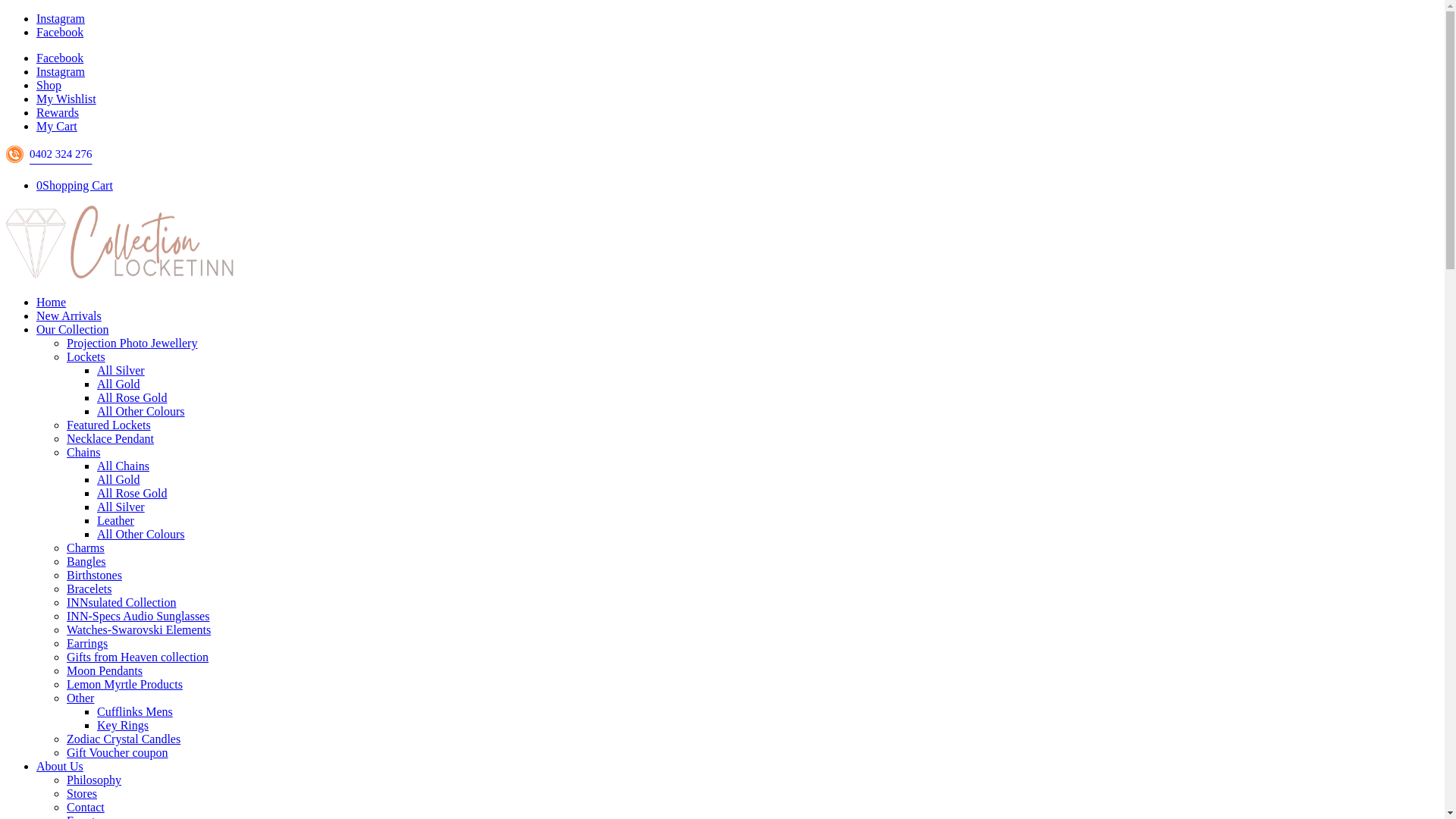 The width and height of the screenshot is (1456, 819). What do you see at coordinates (68, 315) in the screenshot?
I see `'New Arrivals'` at bounding box center [68, 315].